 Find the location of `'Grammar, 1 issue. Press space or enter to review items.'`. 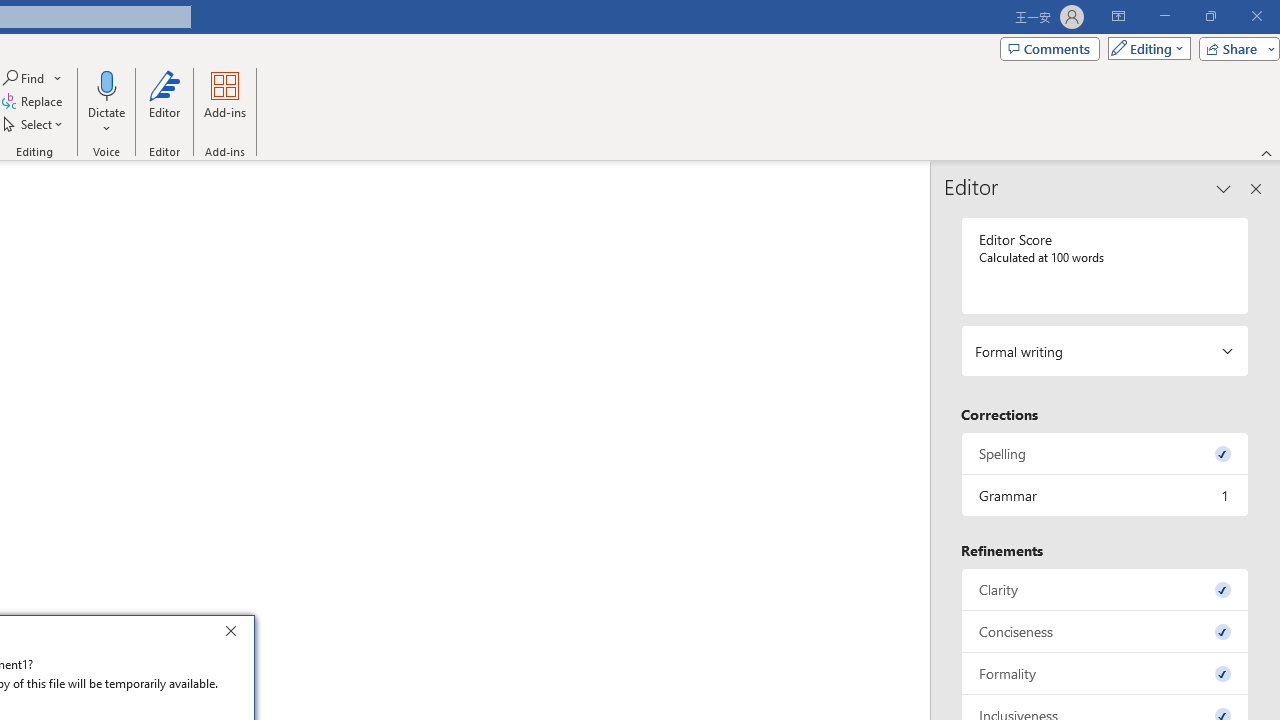

'Grammar, 1 issue. Press space or enter to review items.' is located at coordinates (1104, 495).